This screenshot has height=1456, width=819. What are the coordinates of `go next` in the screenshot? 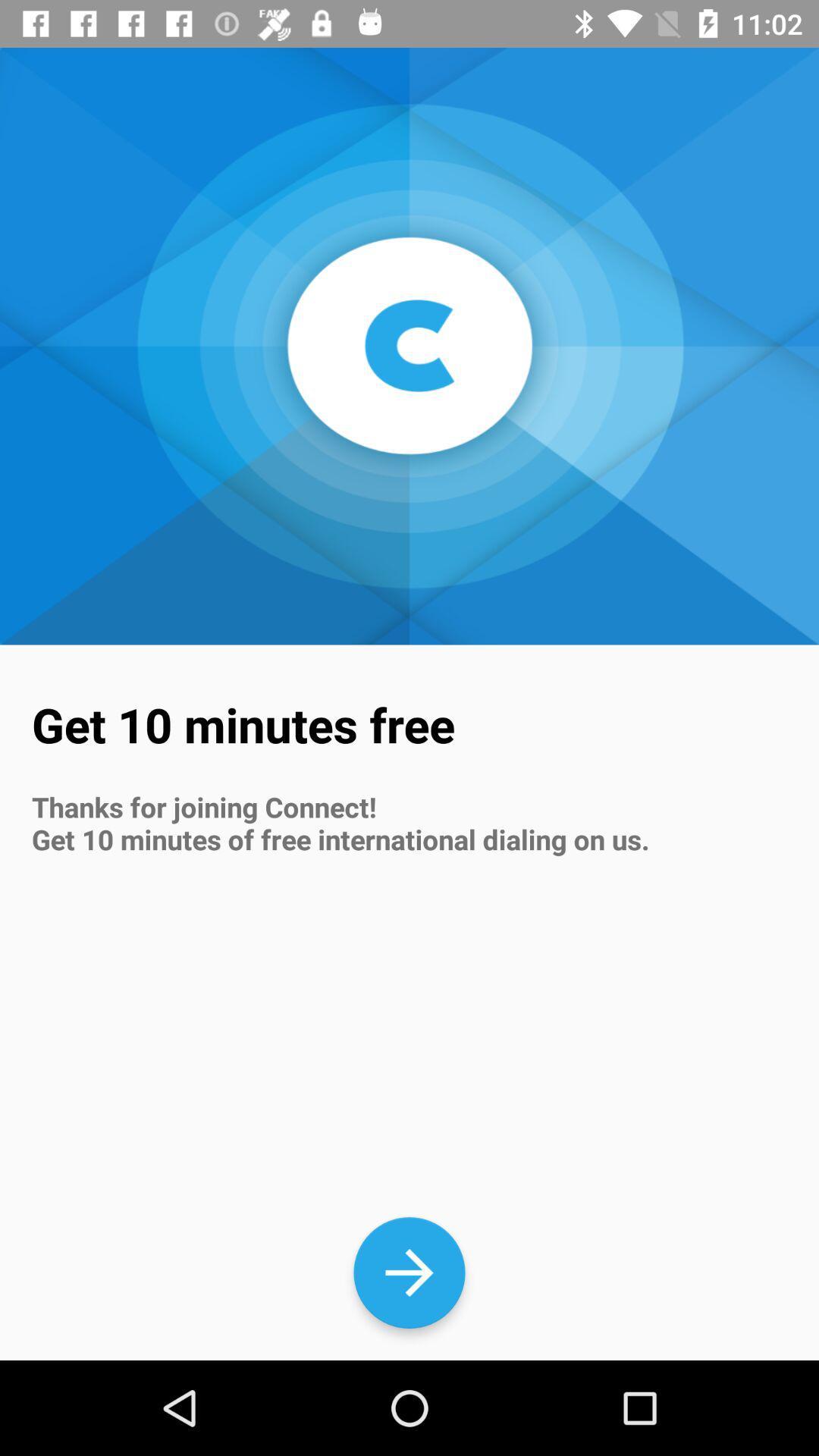 It's located at (409, 1272).